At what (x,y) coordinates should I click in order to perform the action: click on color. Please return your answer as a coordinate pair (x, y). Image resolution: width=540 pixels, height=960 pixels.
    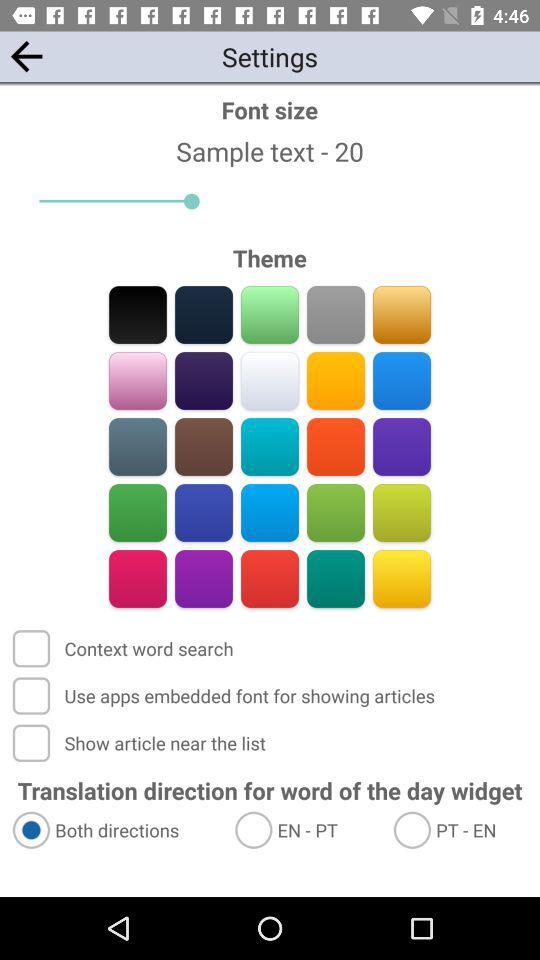
    Looking at the image, I should click on (401, 446).